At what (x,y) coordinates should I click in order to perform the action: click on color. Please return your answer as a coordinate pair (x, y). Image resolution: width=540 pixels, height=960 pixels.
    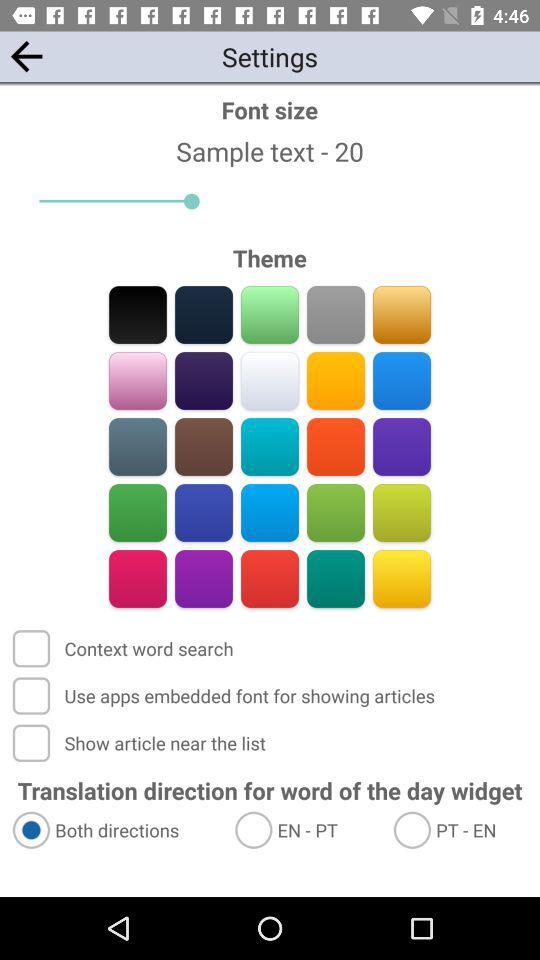
    Looking at the image, I should click on (401, 446).